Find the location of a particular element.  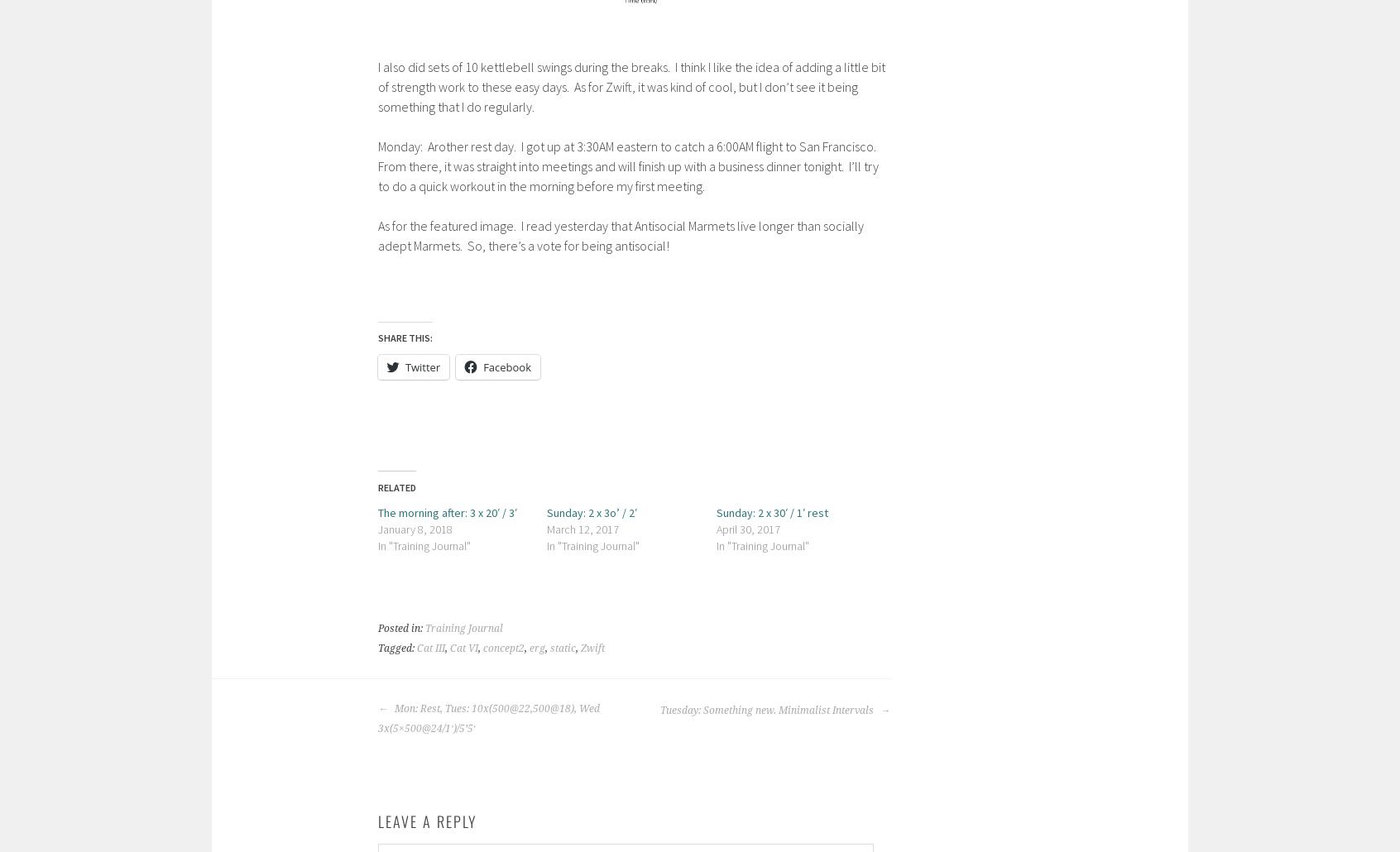

'Cat VI' is located at coordinates (449, 647).